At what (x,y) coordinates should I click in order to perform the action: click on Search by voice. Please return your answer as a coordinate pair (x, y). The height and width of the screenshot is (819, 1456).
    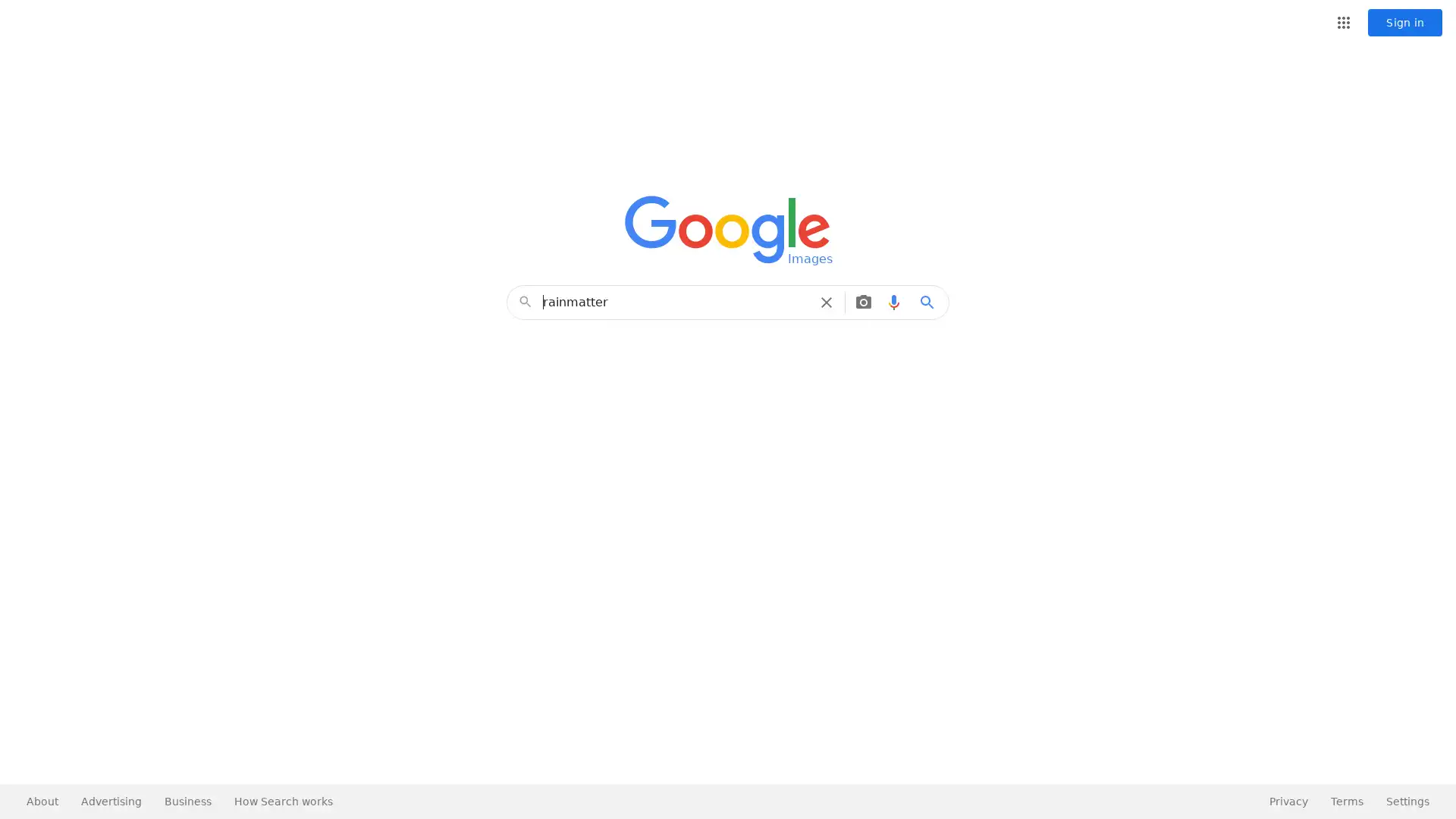
    Looking at the image, I should click on (894, 302).